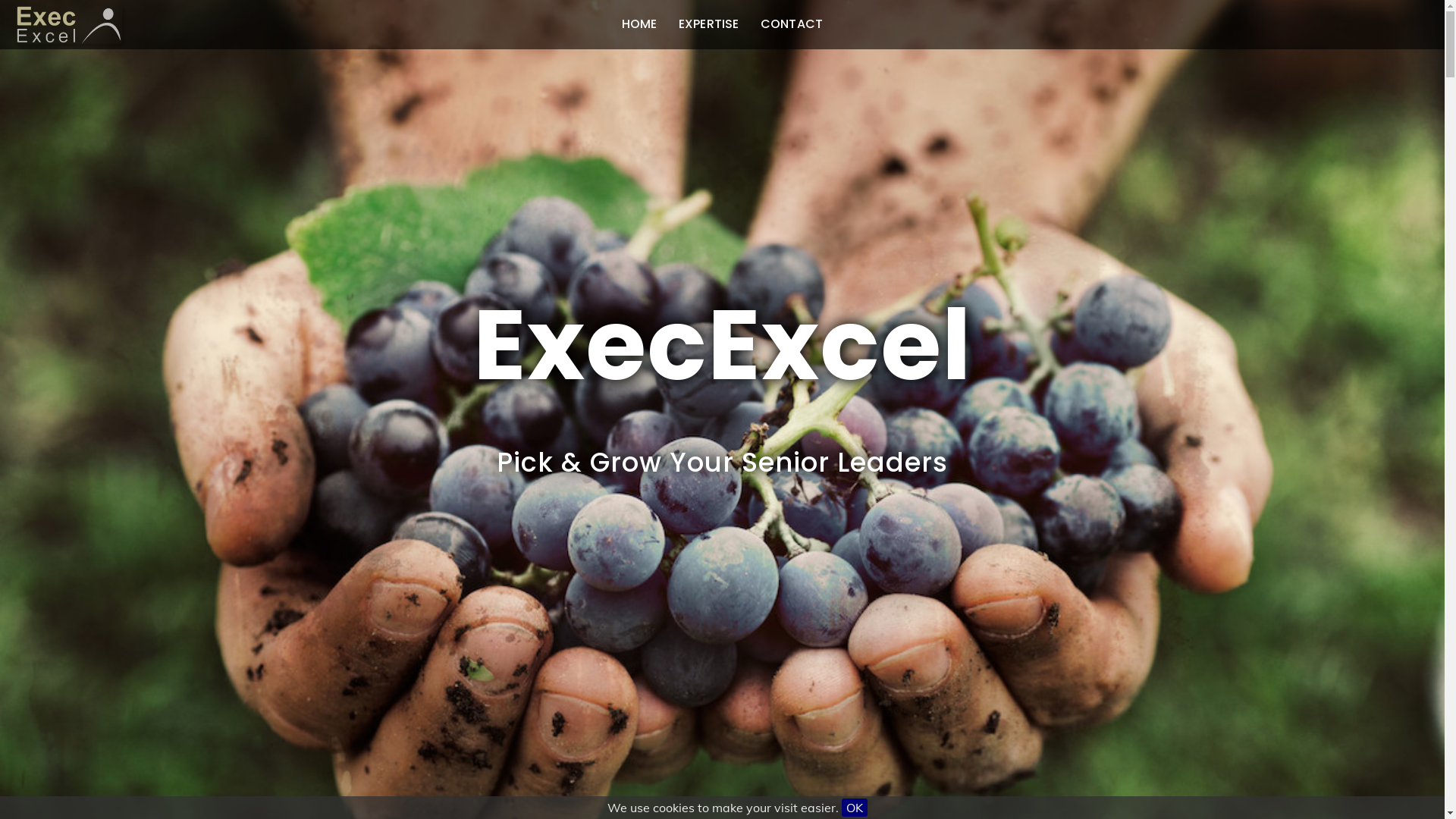  What do you see at coordinates (761, 24) in the screenshot?
I see `'CONTACT'` at bounding box center [761, 24].